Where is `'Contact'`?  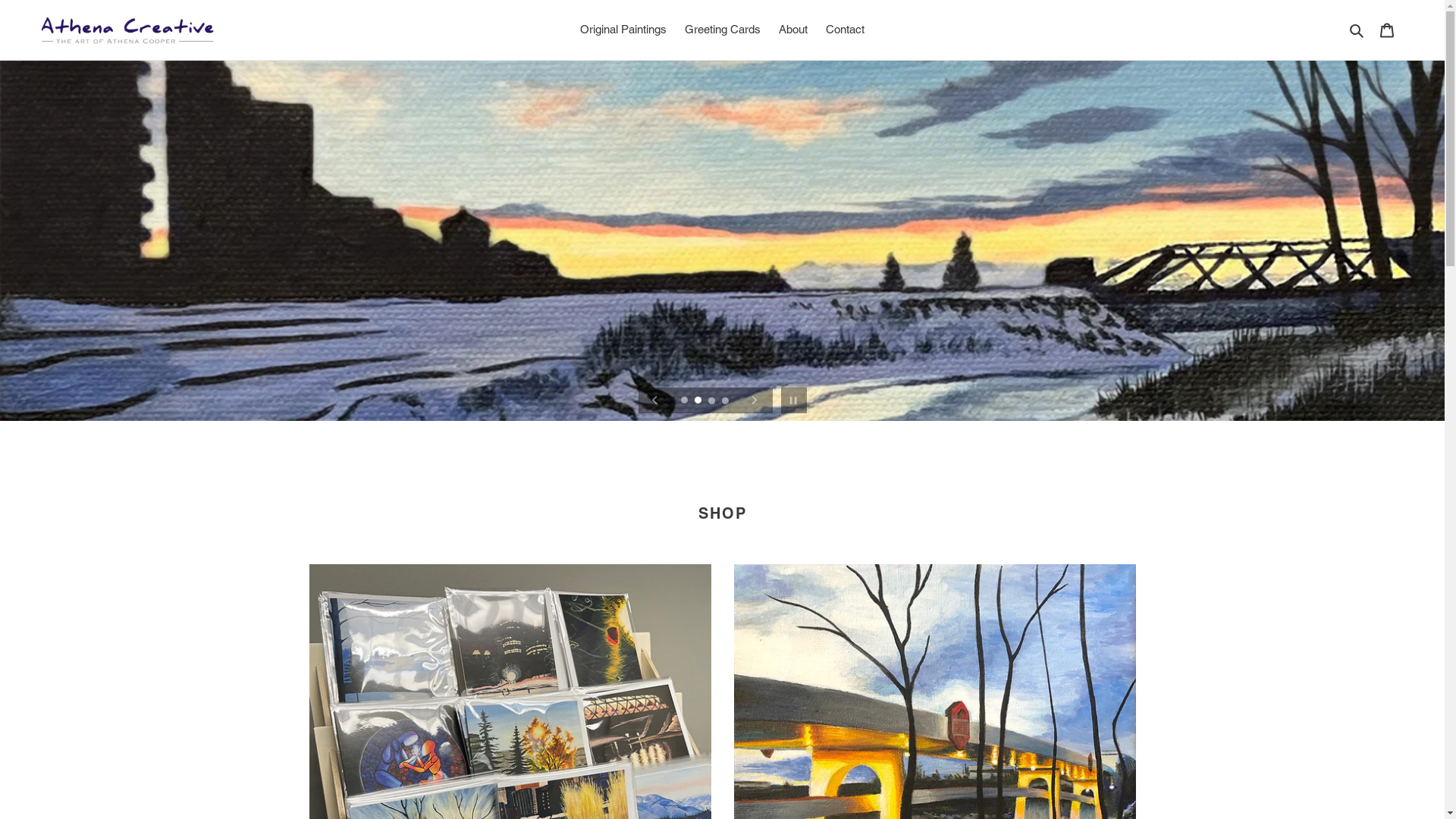 'Contact' is located at coordinates (844, 30).